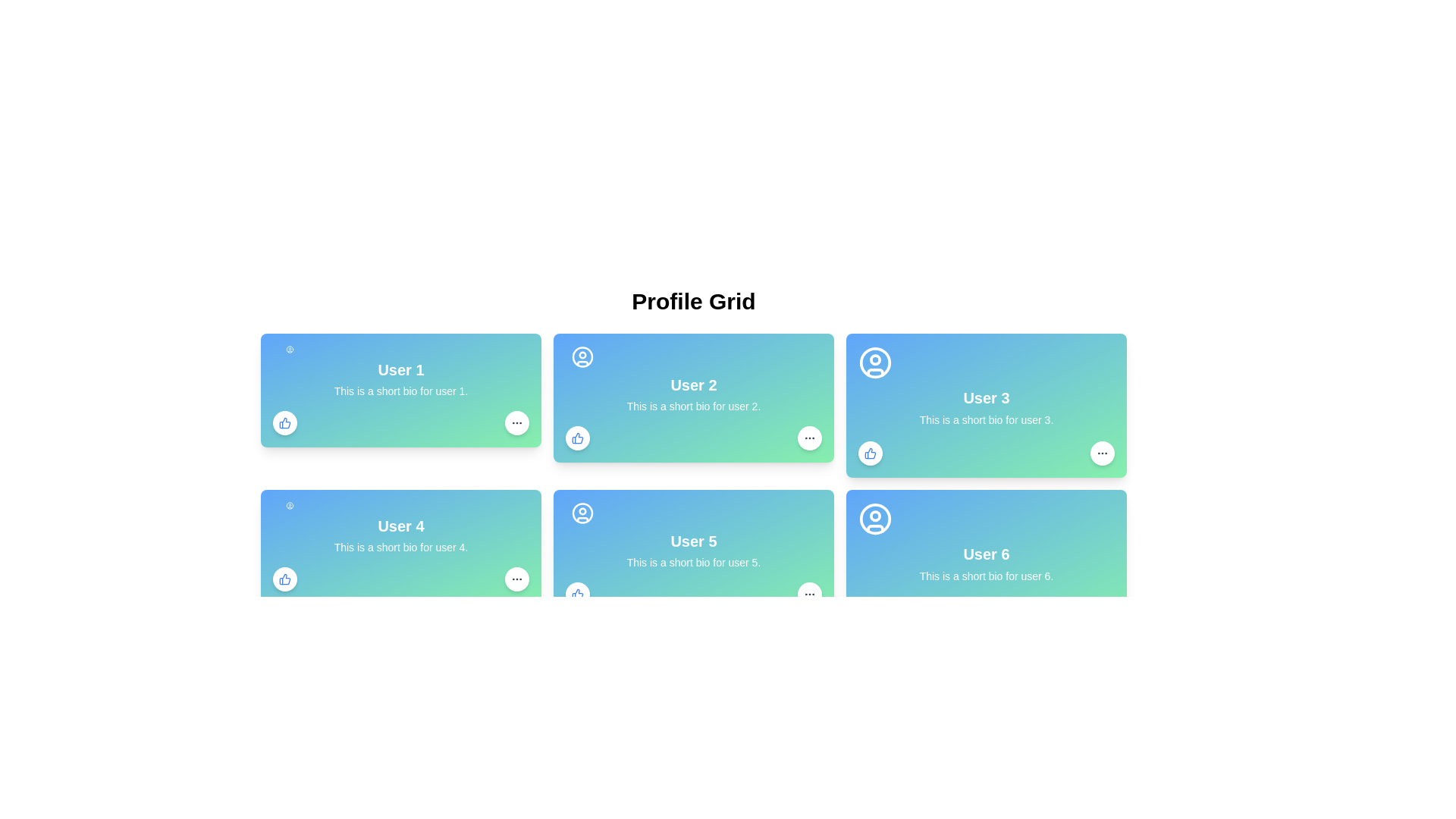 The height and width of the screenshot is (819, 1456). I want to click on the user profile icon for 'User 5', which is centrally aligned in the header section of the user profile card, so click(582, 513).